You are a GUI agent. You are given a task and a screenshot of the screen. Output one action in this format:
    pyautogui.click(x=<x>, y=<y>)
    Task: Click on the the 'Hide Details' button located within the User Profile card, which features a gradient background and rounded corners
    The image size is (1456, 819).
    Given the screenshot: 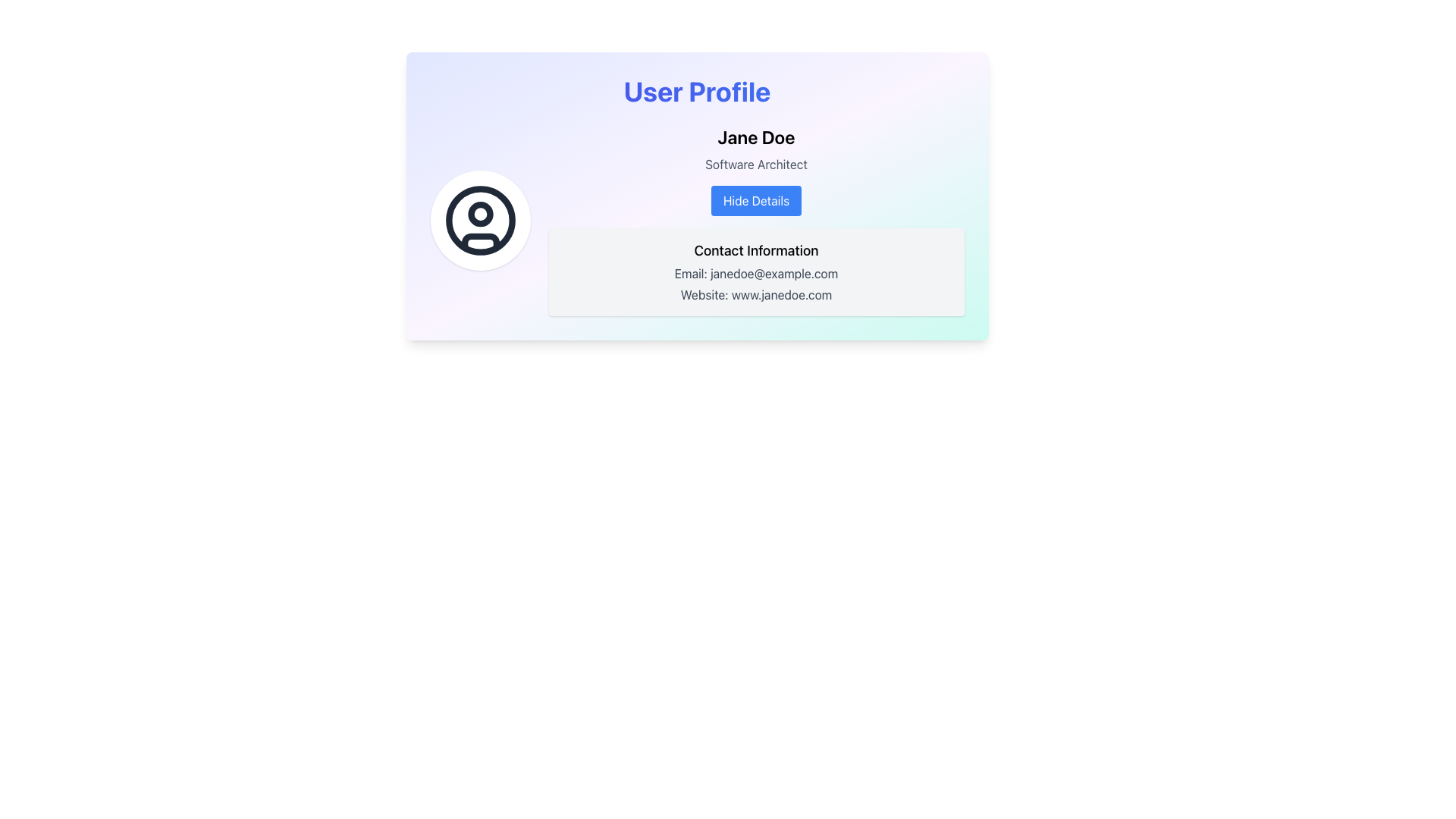 What is the action you would take?
    pyautogui.click(x=696, y=195)
    